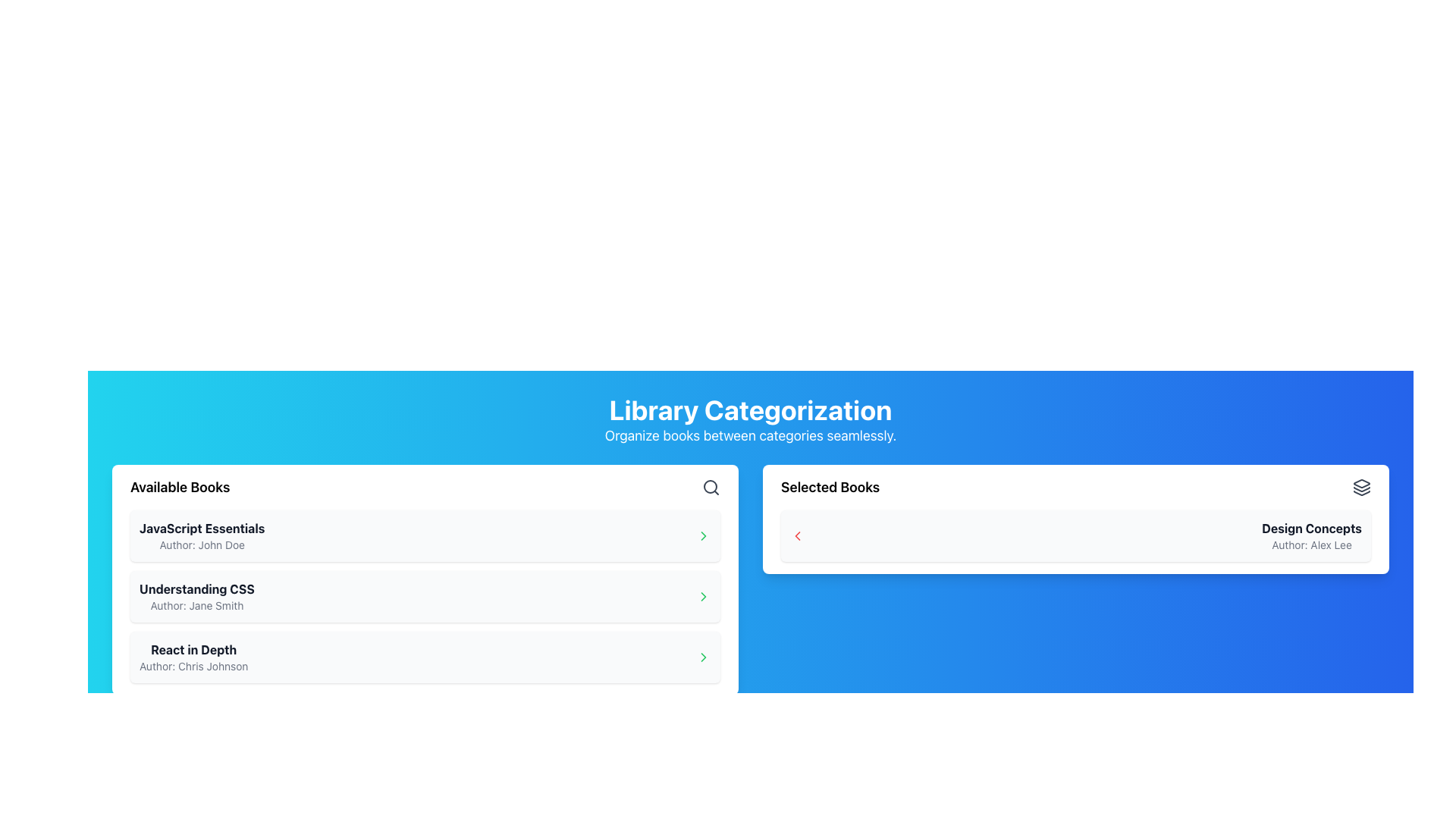  What do you see at coordinates (425, 595) in the screenshot?
I see `the card titled 'Understanding CSS'` at bounding box center [425, 595].